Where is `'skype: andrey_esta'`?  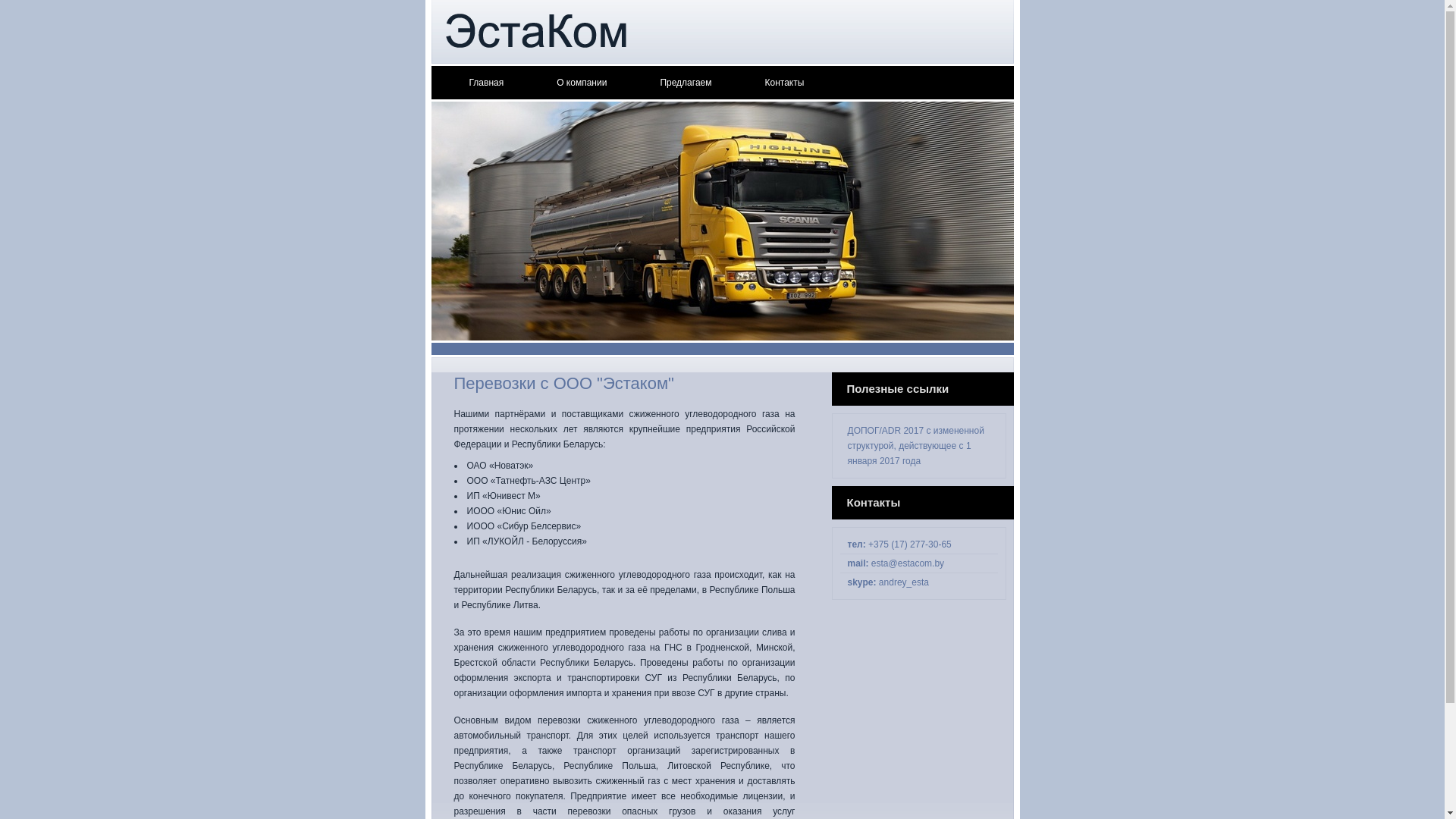
'skype: andrey_esta' is located at coordinates (888, 581).